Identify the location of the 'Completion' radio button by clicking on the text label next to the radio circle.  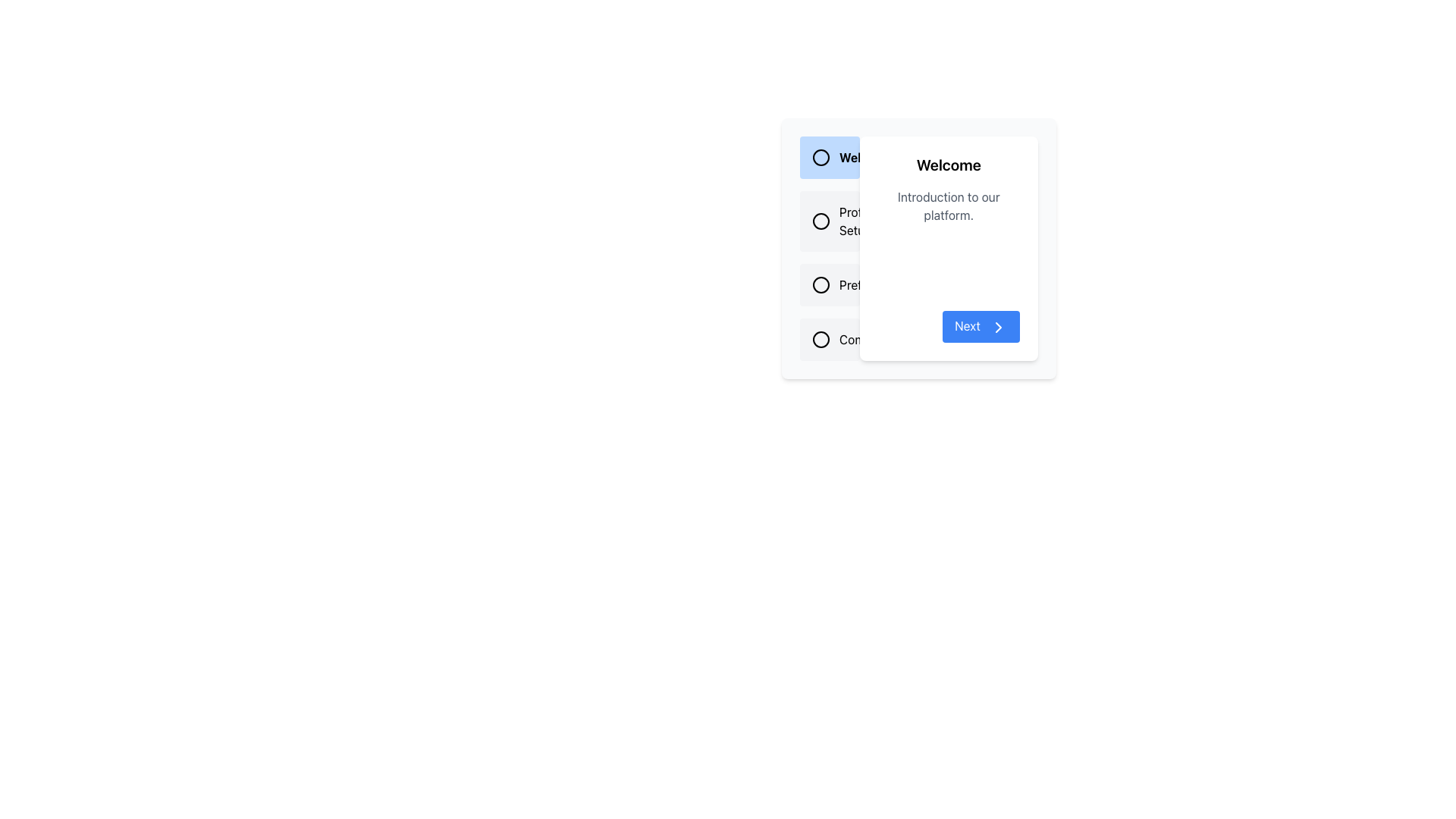
(829, 338).